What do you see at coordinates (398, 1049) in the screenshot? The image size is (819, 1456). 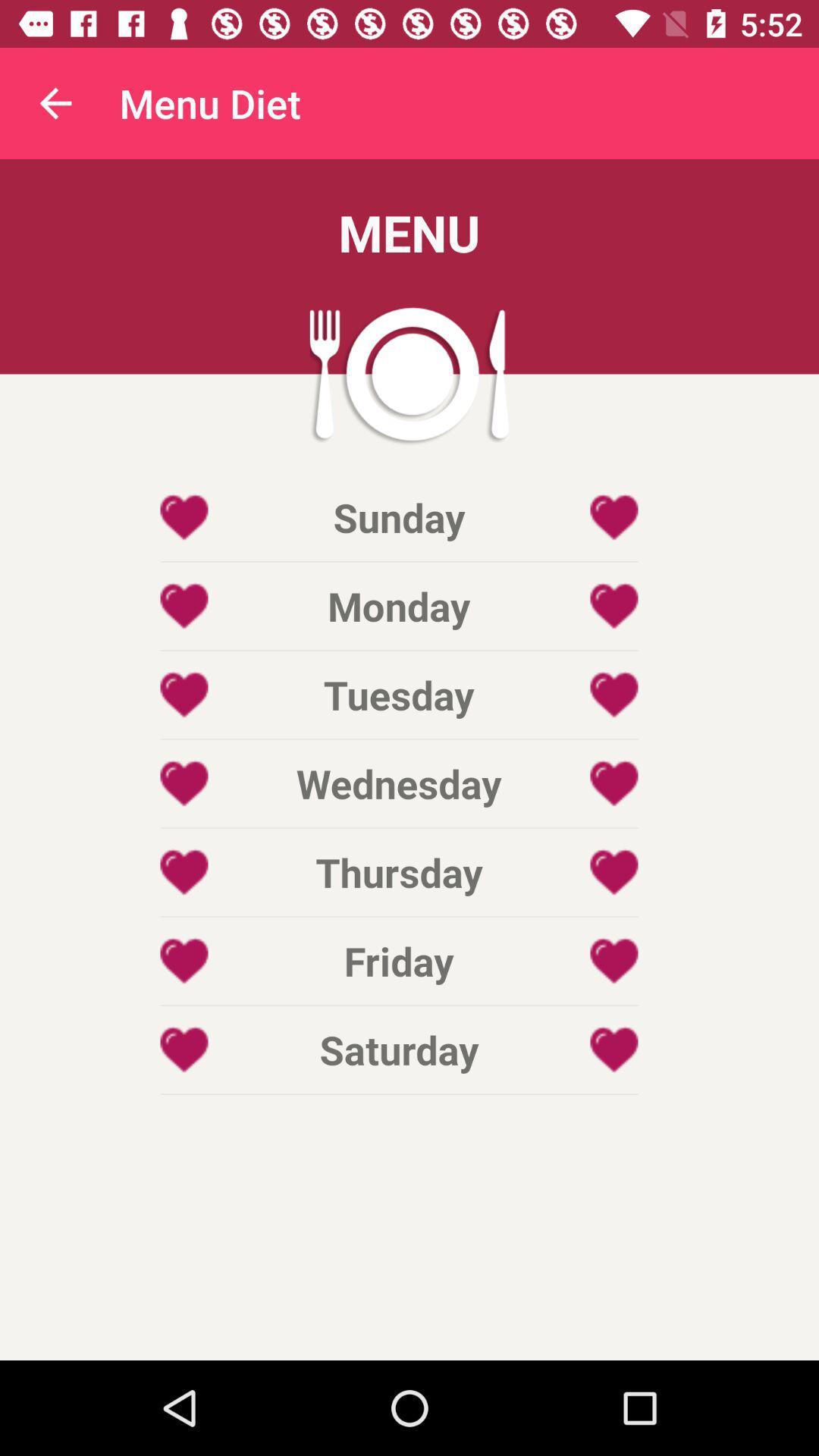 I see `the item below friday item` at bounding box center [398, 1049].